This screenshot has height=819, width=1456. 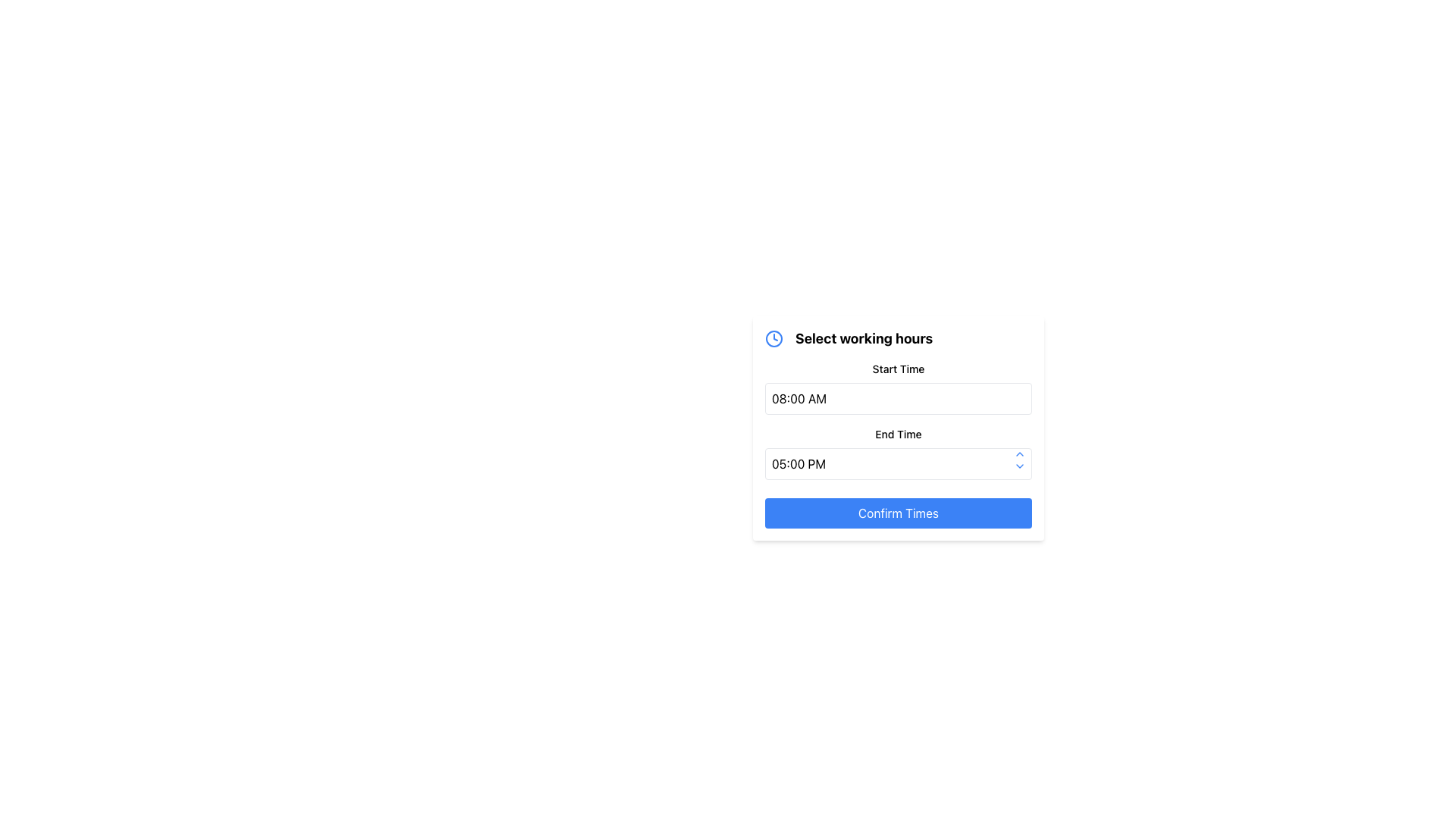 What do you see at coordinates (899, 452) in the screenshot?
I see `the 'End Time' input field labeled above with 'End Time' to focus it for editing` at bounding box center [899, 452].